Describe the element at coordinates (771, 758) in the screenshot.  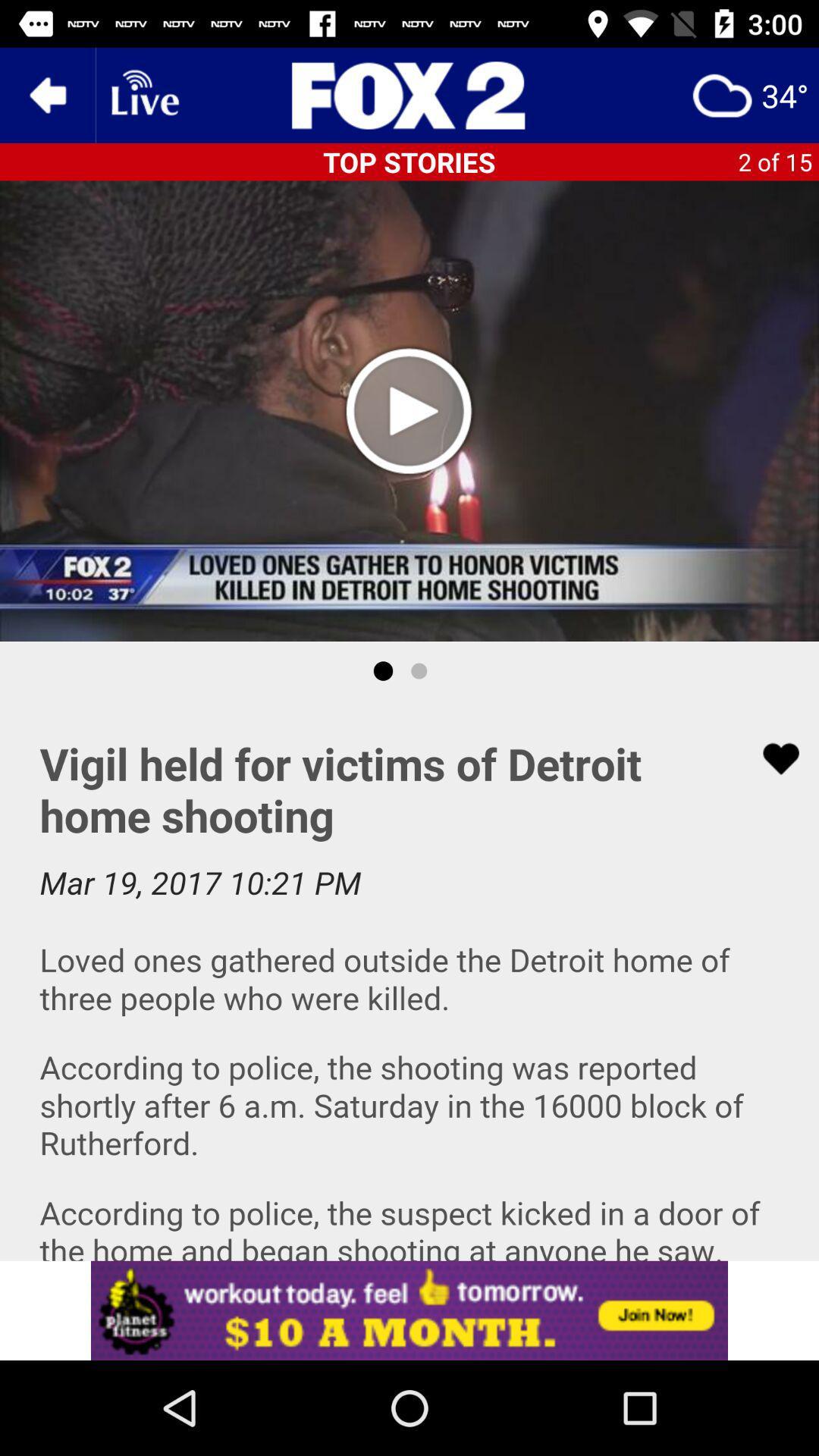
I see `like button` at that location.